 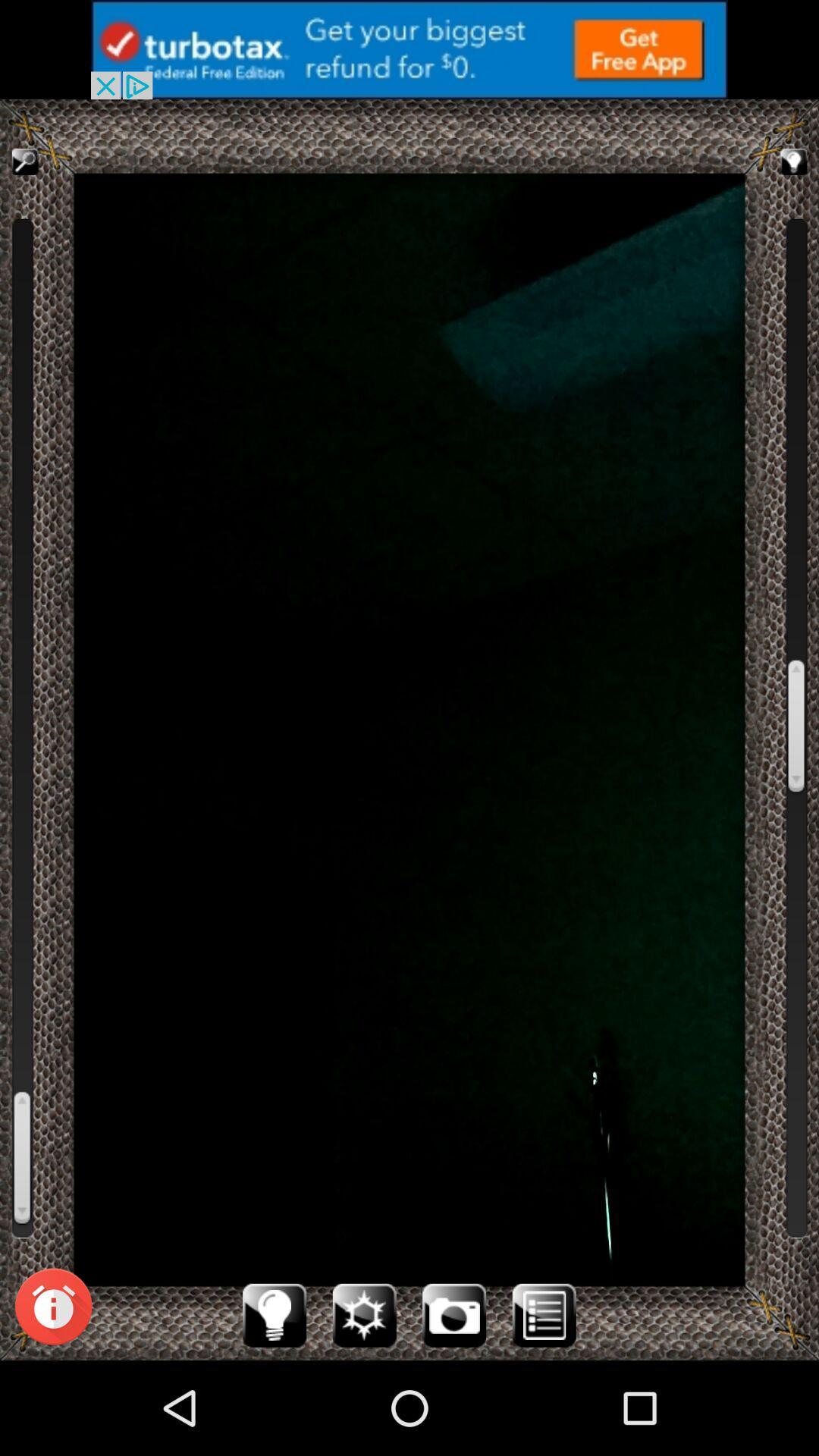 What do you see at coordinates (453, 1314) in the screenshot?
I see `camera icon` at bounding box center [453, 1314].